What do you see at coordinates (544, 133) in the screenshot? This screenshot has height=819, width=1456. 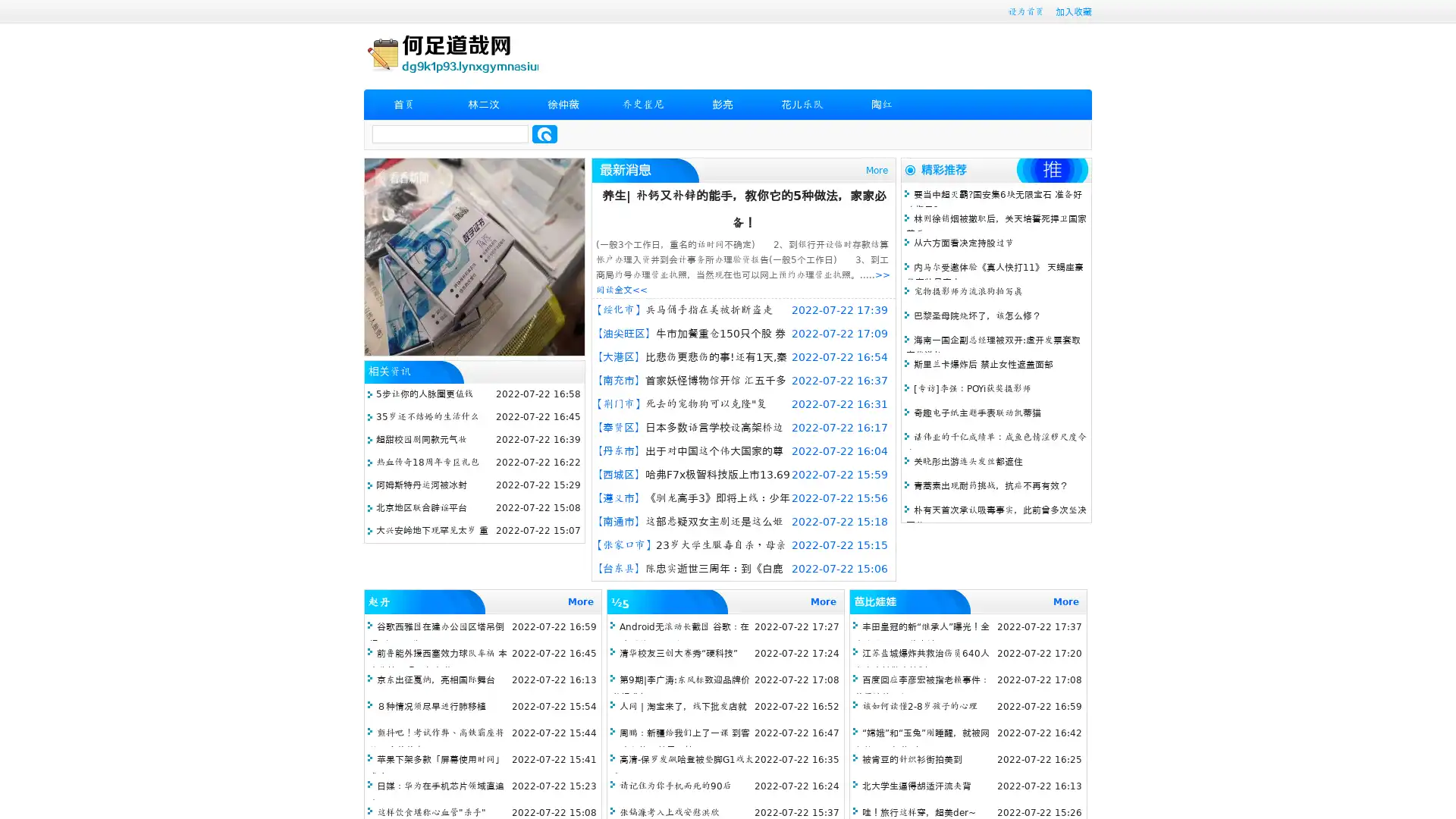 I see `Search` at bounding box center [544, 133].